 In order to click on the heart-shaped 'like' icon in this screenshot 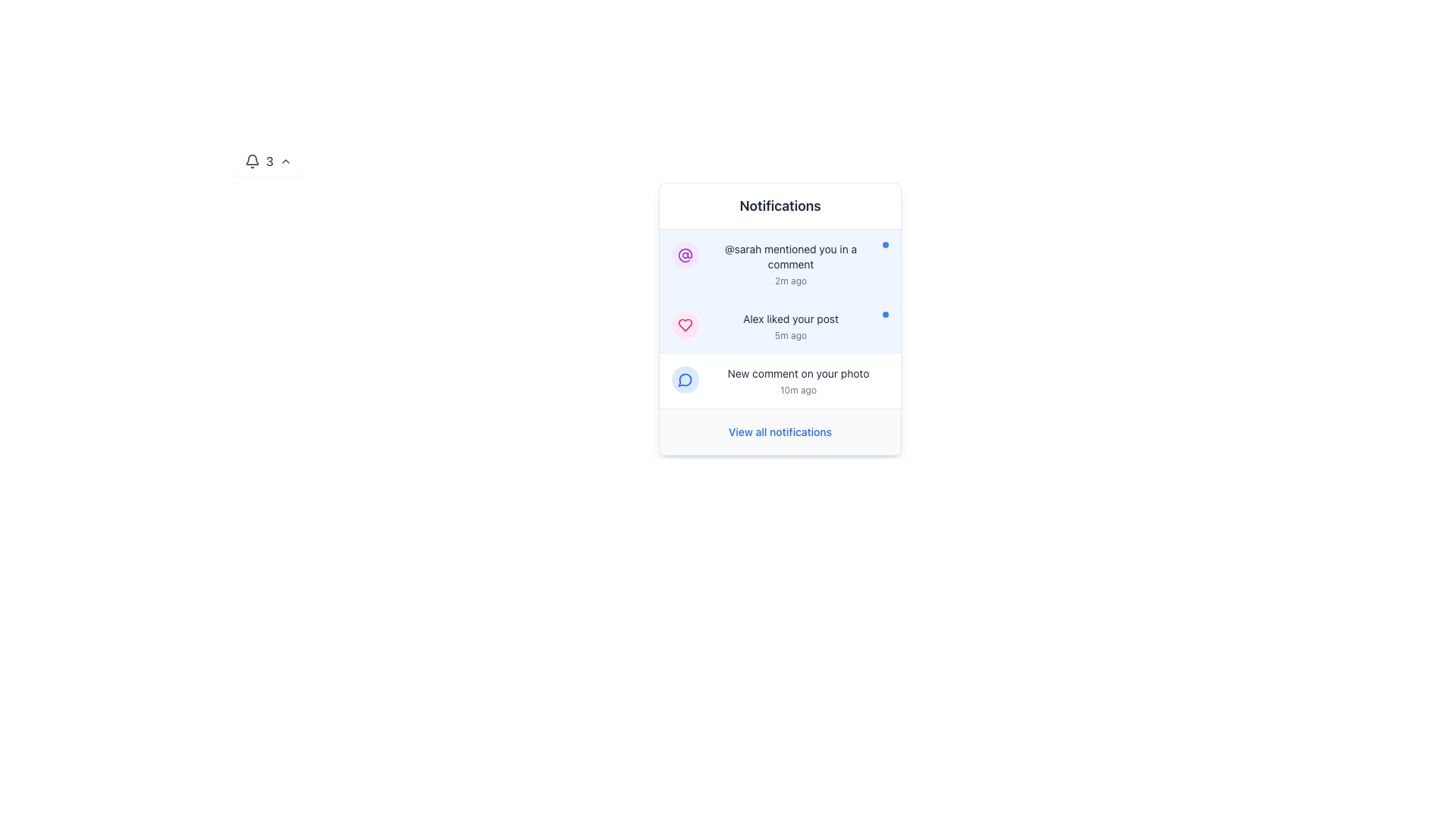, I will do `click(684, 324)`.